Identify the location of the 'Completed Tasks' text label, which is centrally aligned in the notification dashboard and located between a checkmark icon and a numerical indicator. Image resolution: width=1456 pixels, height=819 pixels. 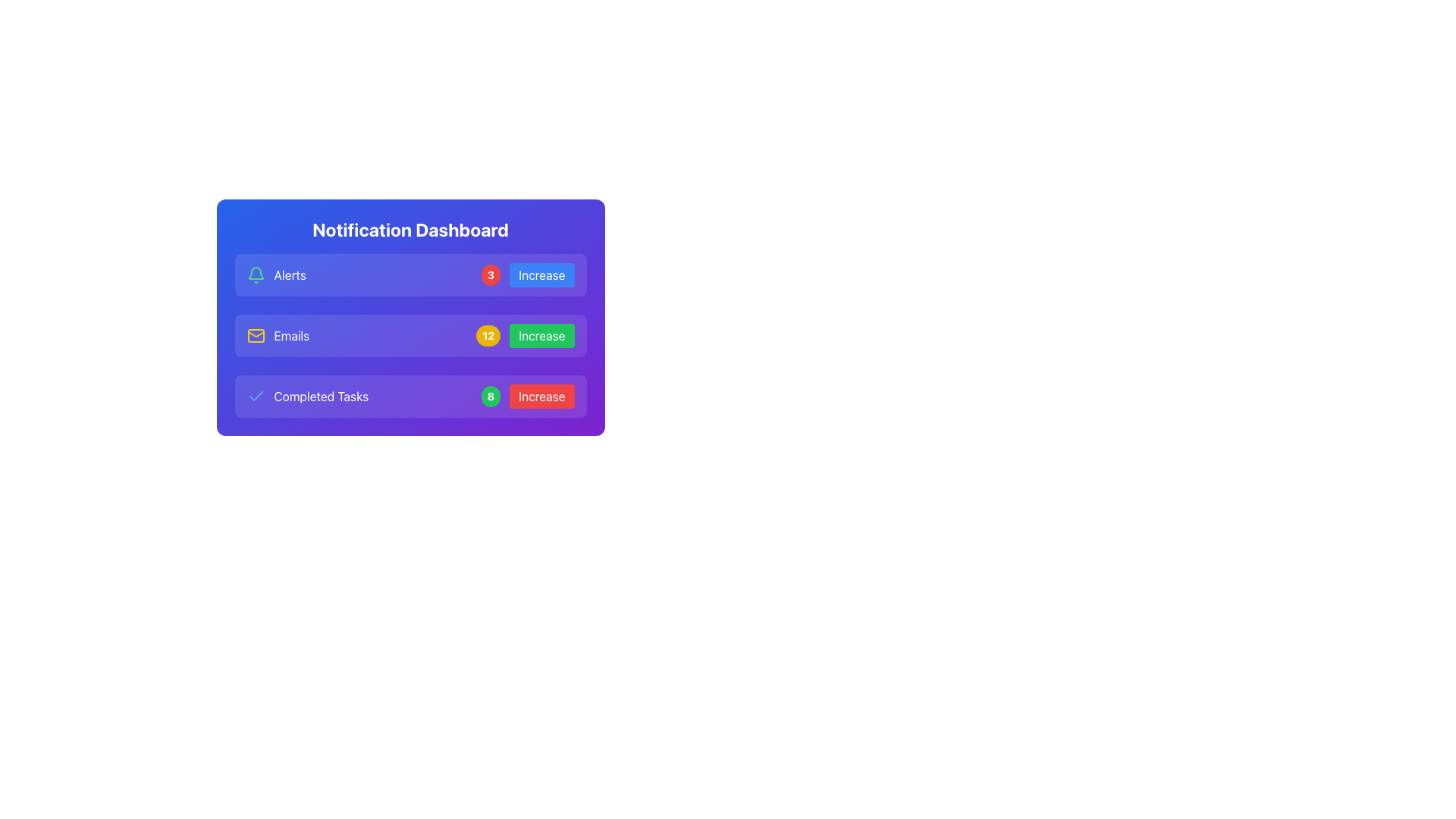
(320, 396).